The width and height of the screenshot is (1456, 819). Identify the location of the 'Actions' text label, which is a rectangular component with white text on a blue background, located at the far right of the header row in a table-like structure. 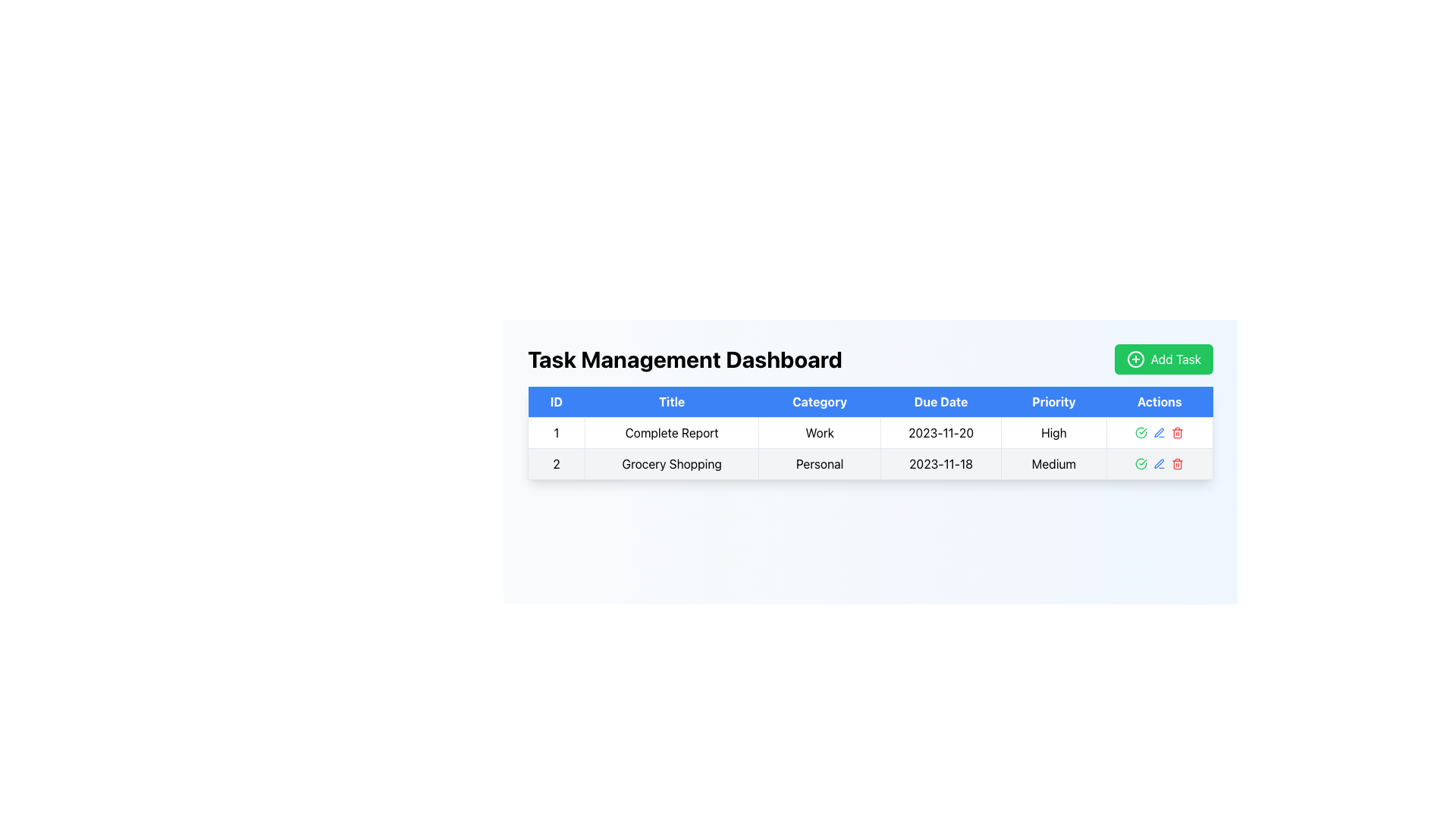
(1159, 401).